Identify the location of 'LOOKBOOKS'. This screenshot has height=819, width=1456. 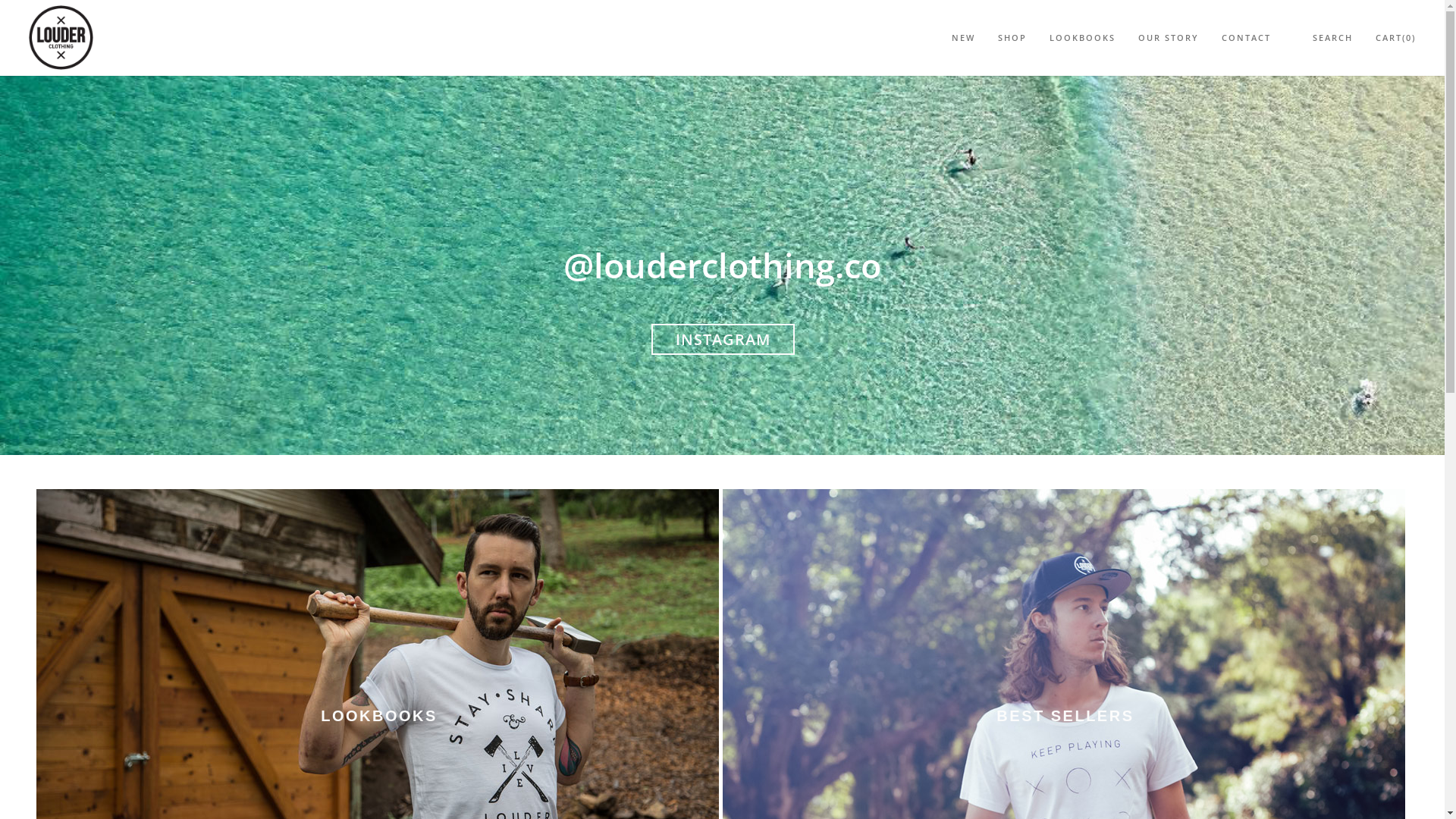
(1081, 37).